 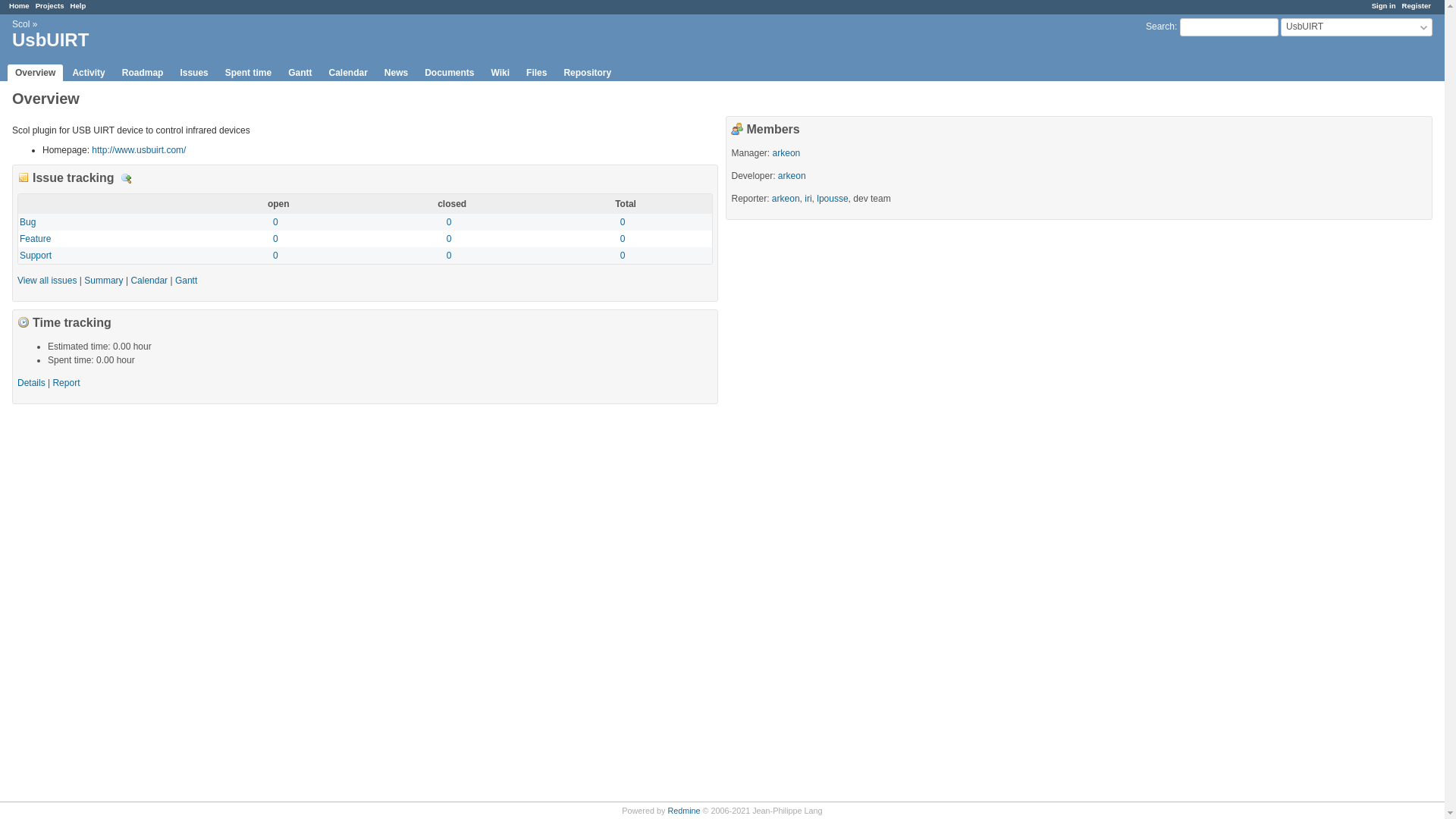 I want to click on 'Home', so click(x=19, y=5).